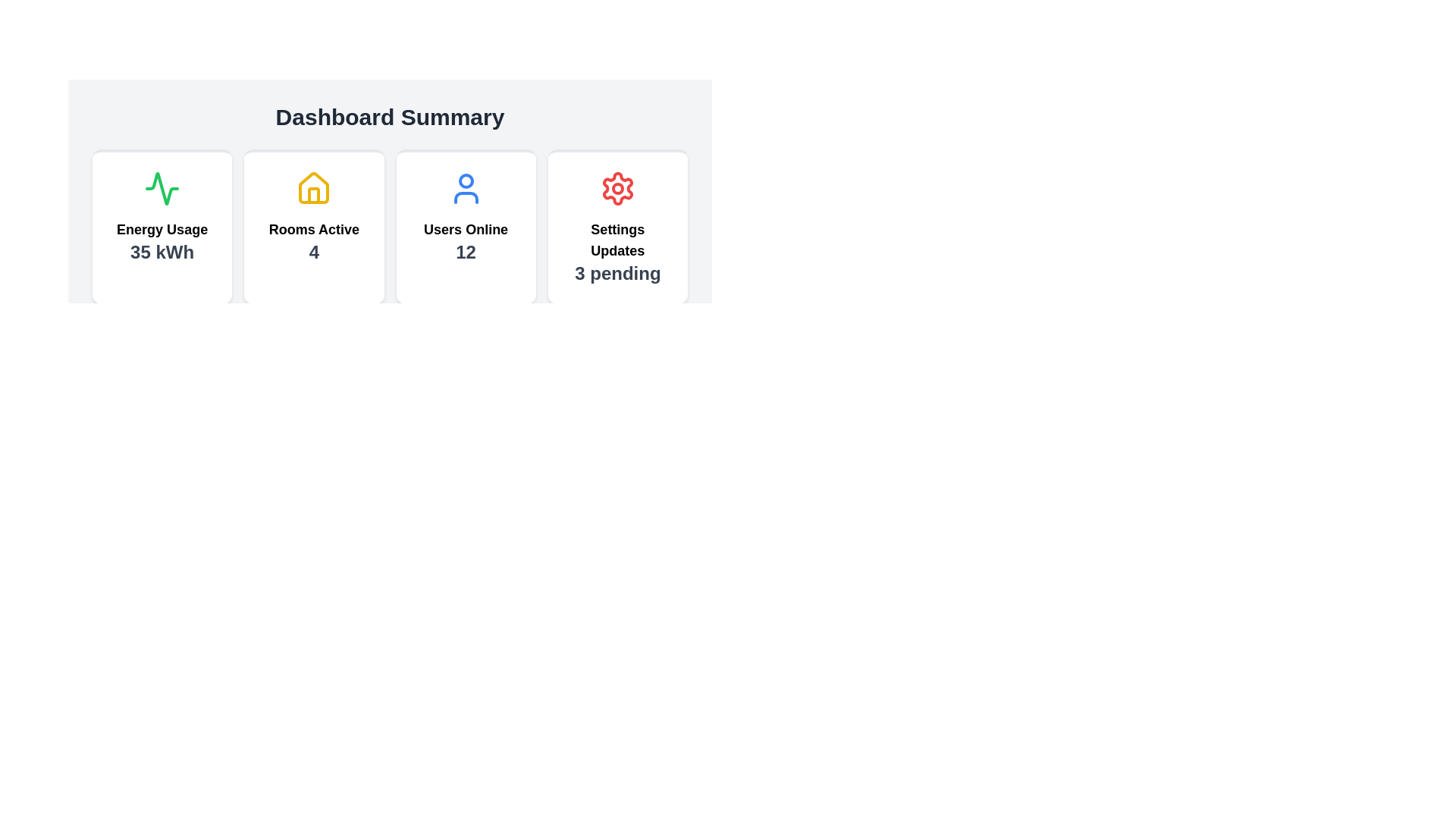  Describe the element at coordinates (465, 227) in the screenshot. I see `the Information Card that displays the number of users currently online, which is the third card in a grid of four, positioned between 'Rooms Active' and 'Settings Updates'` at that location.